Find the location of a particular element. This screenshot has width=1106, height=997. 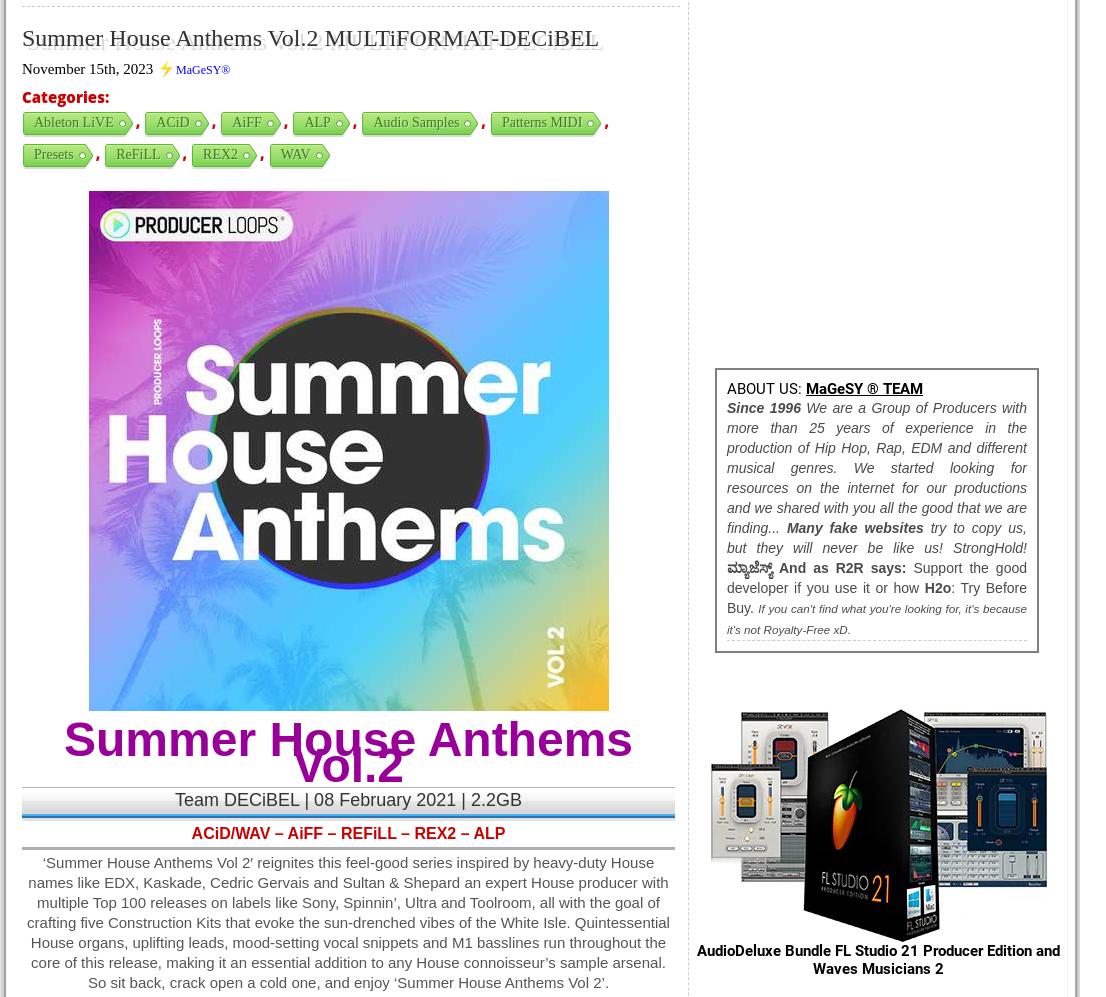

'November 15th, 2023 ⚡' is located at coordinates (98, 67).